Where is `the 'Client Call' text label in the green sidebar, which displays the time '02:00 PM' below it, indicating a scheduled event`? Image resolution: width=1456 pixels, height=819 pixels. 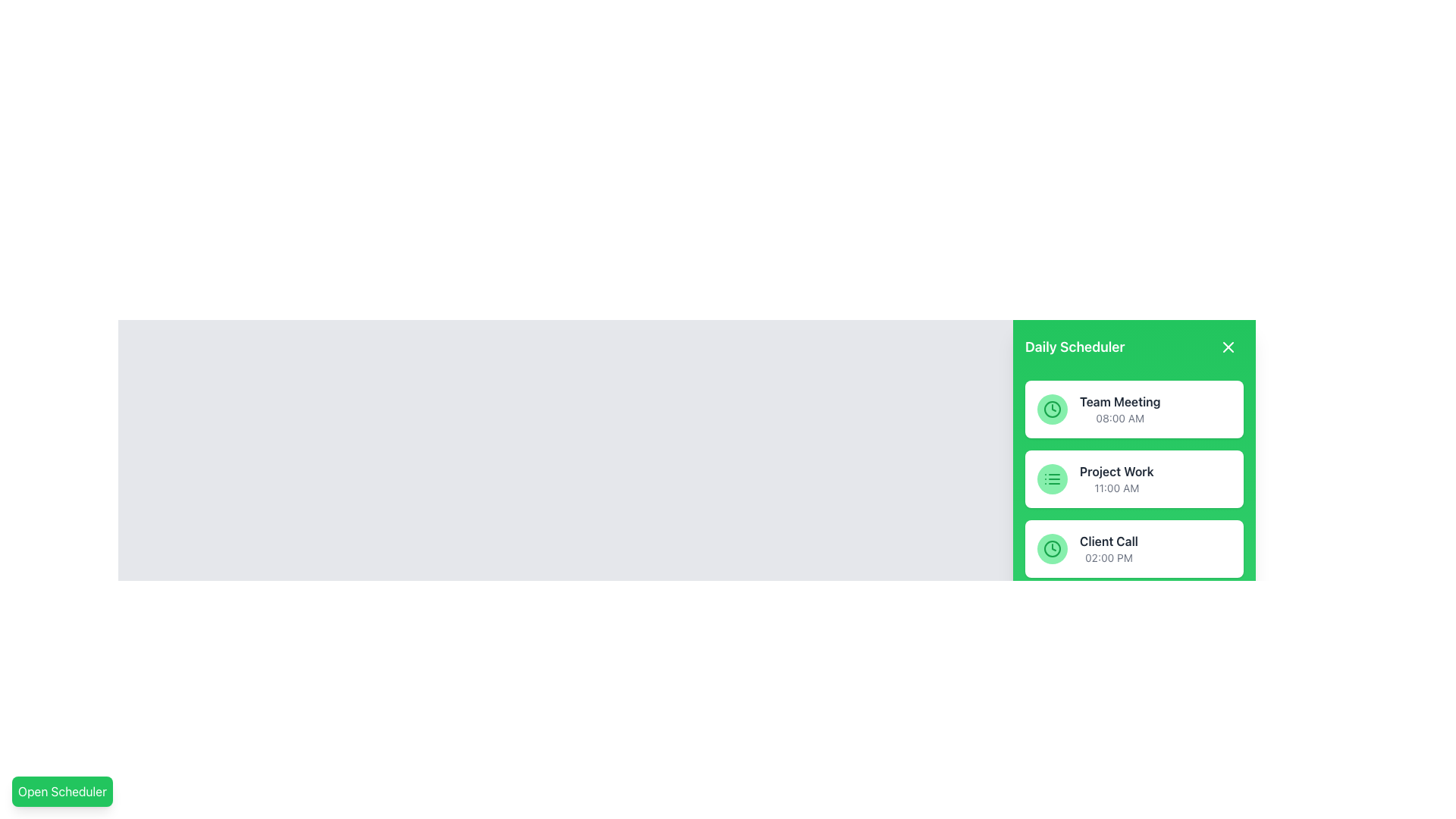
the 'Client Call' text label in the green sidebar, which displays the time '02:00 PM' below it, indicating a scheduled event is located at coordinates (1109, 549).